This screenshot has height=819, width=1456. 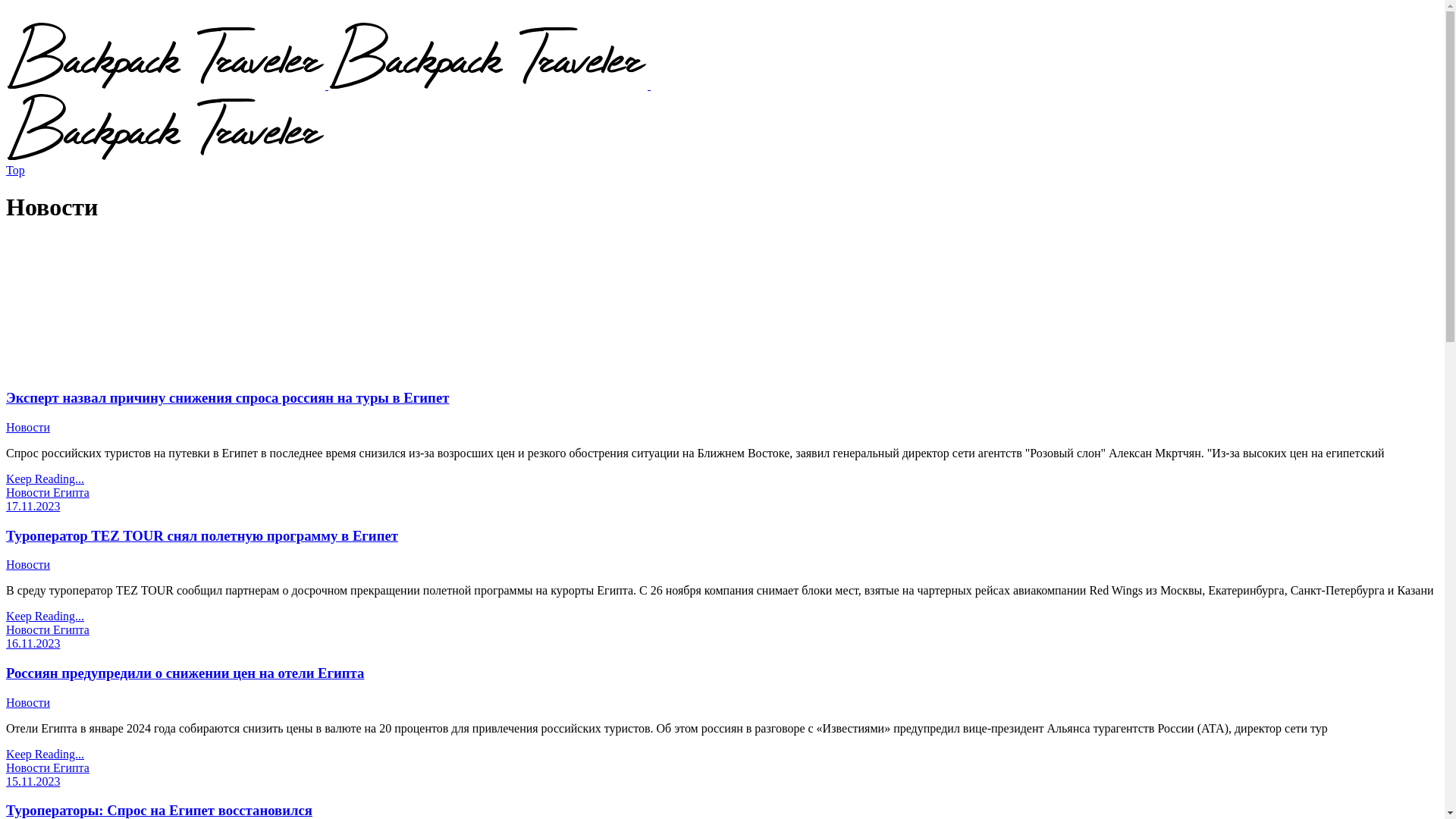 I want to click on '16.11.2023', so click(x=33, y=643).